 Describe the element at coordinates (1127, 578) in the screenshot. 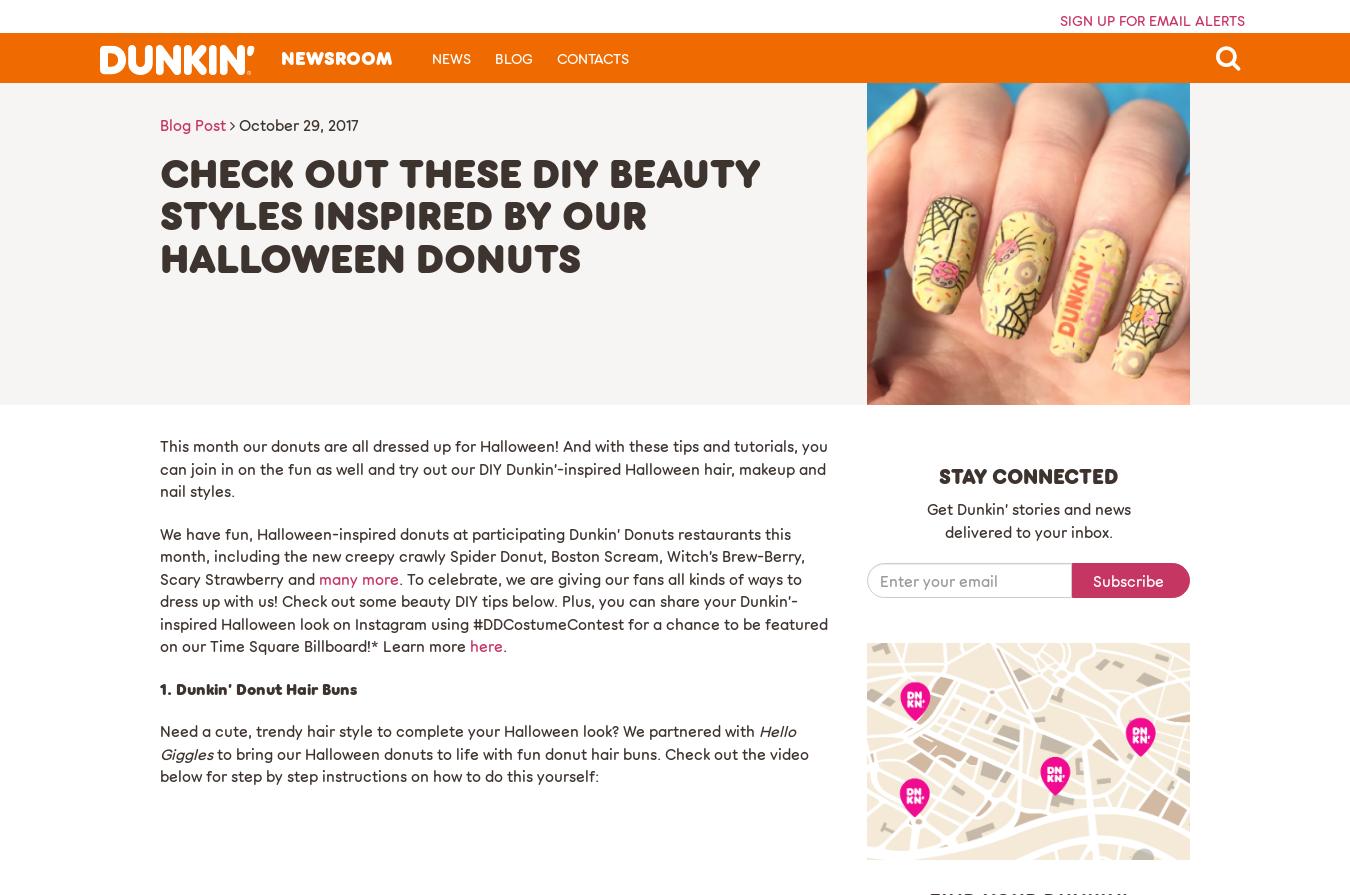

I see `'Subscribe'` at that location.